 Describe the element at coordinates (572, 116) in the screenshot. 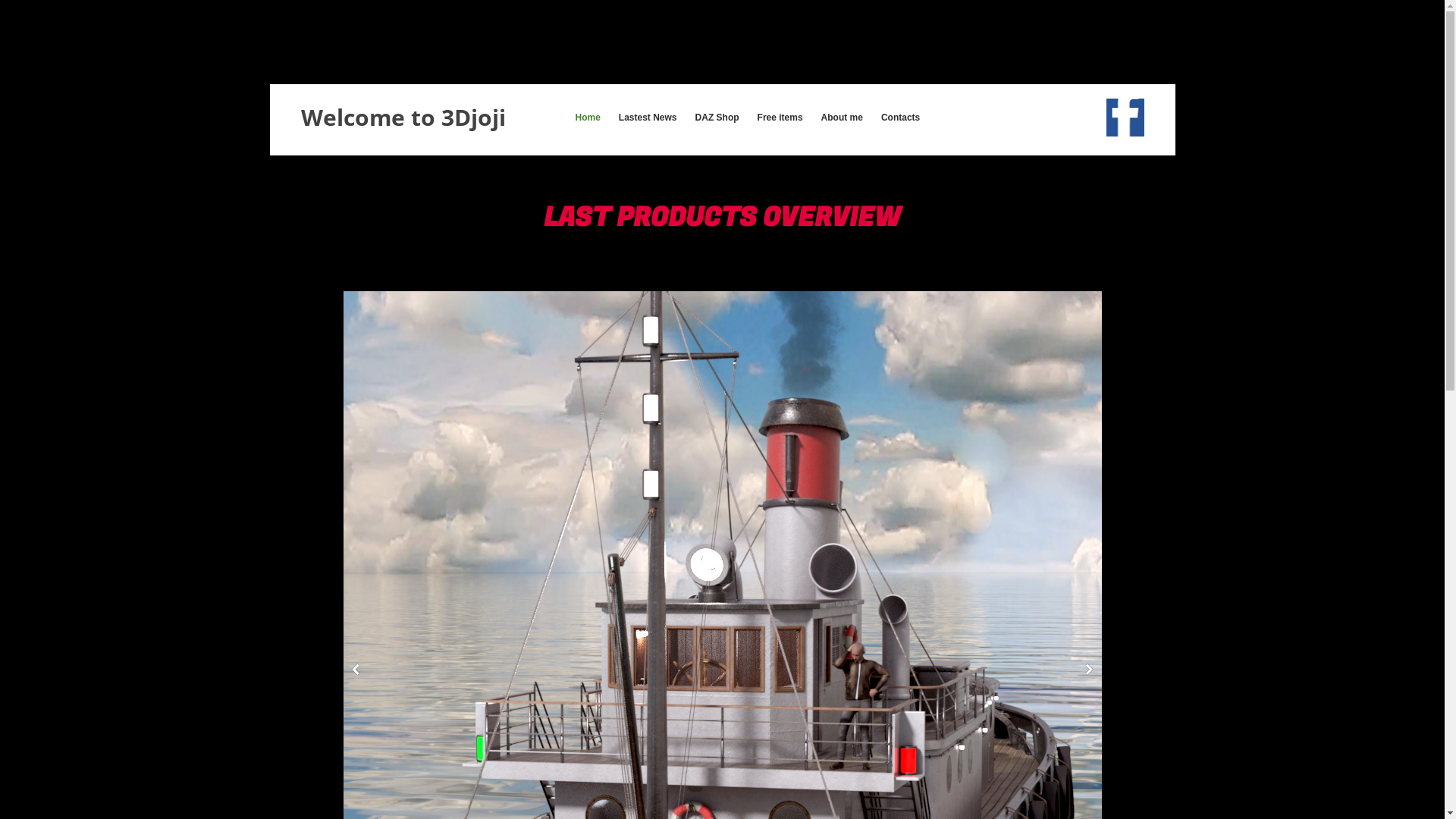

I see `'Home'` at that location.